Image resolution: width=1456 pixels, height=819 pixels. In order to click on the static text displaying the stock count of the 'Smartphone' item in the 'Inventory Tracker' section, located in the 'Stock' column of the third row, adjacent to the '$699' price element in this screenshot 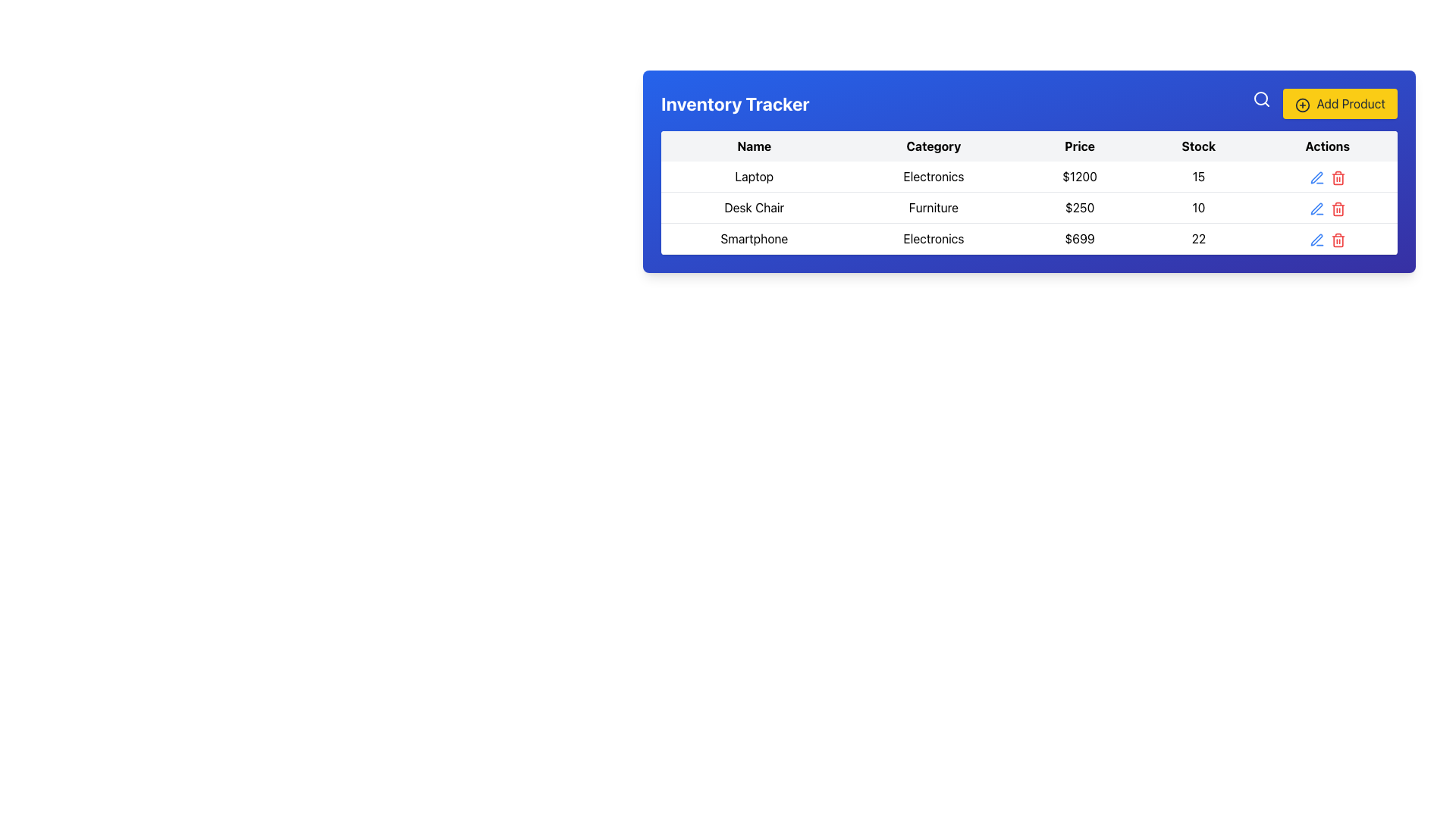, I will do `click(1197, 239)`.